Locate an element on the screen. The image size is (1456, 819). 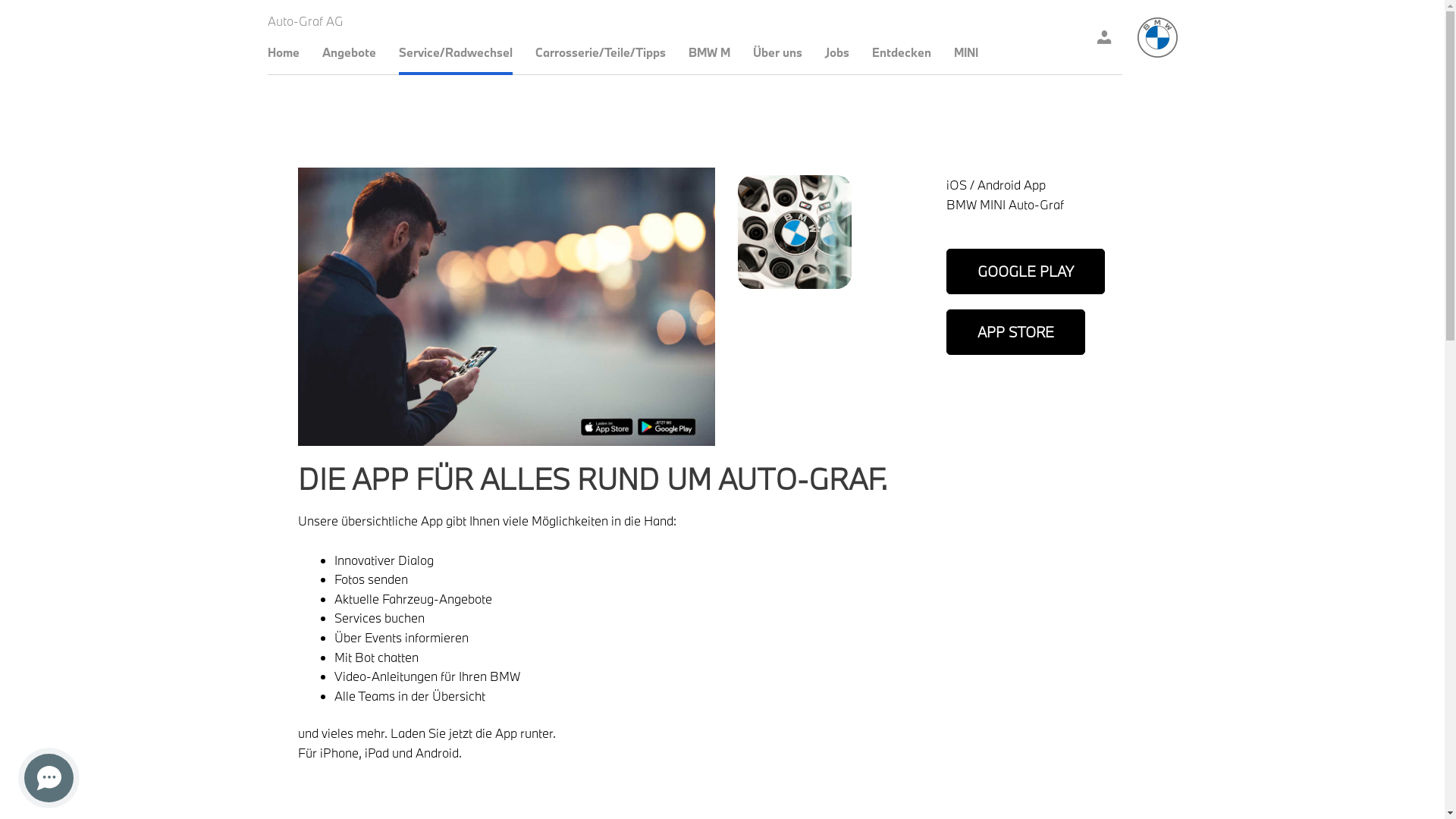
'Shopping Tool' is located at coordinates (1103, 36).